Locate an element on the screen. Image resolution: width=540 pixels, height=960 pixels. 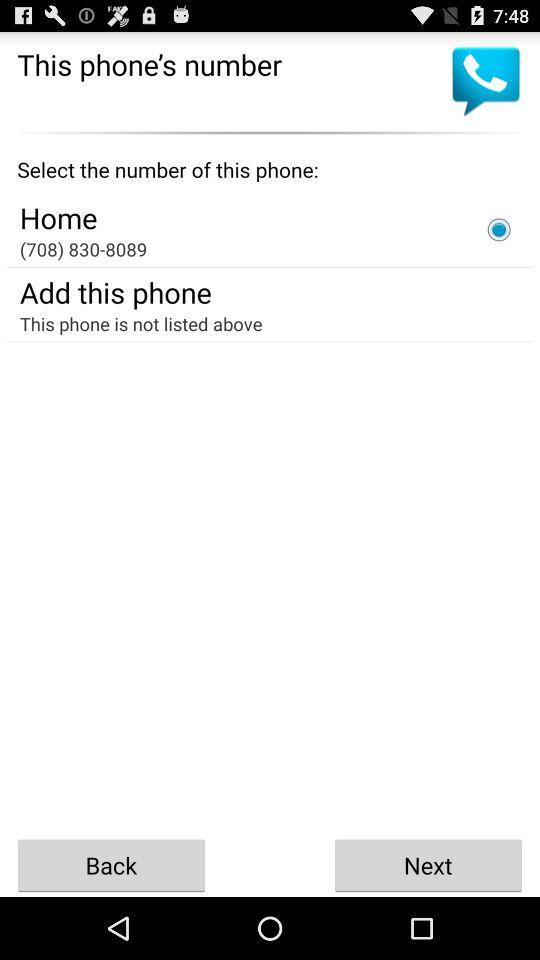
icon is located at coordinates (498, 229).